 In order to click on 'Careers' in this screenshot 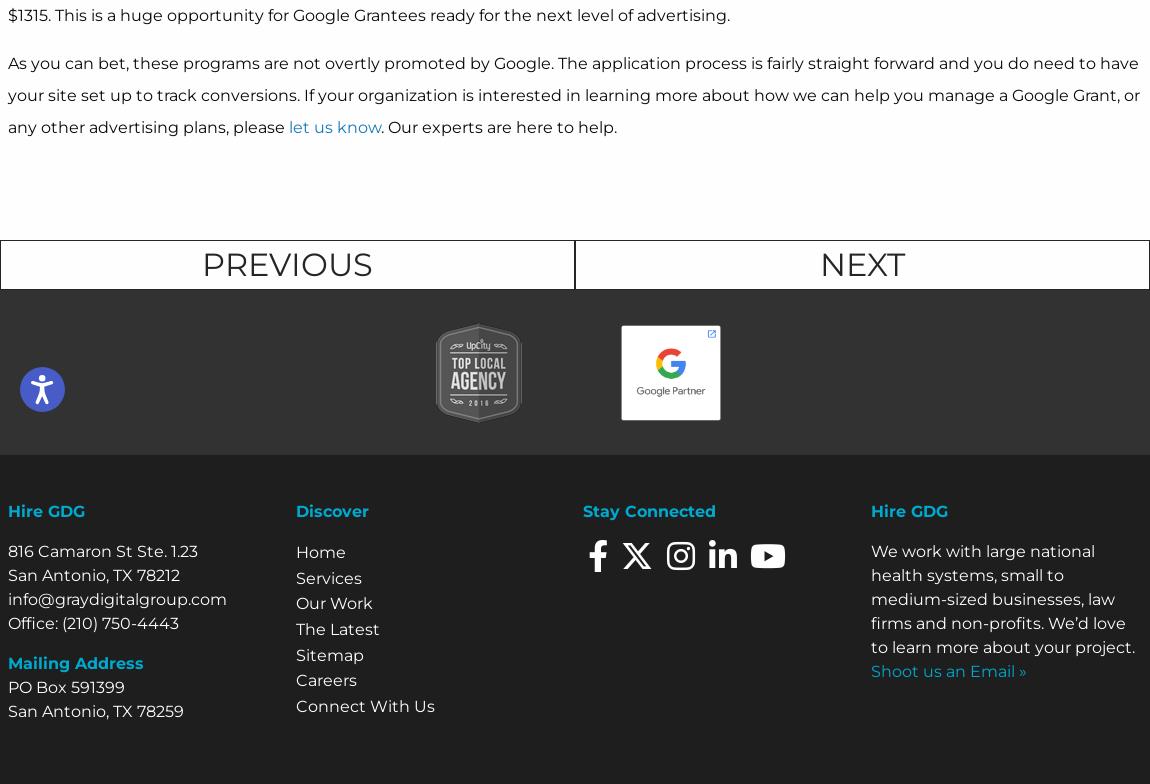, I will do `click(325, 680)`.